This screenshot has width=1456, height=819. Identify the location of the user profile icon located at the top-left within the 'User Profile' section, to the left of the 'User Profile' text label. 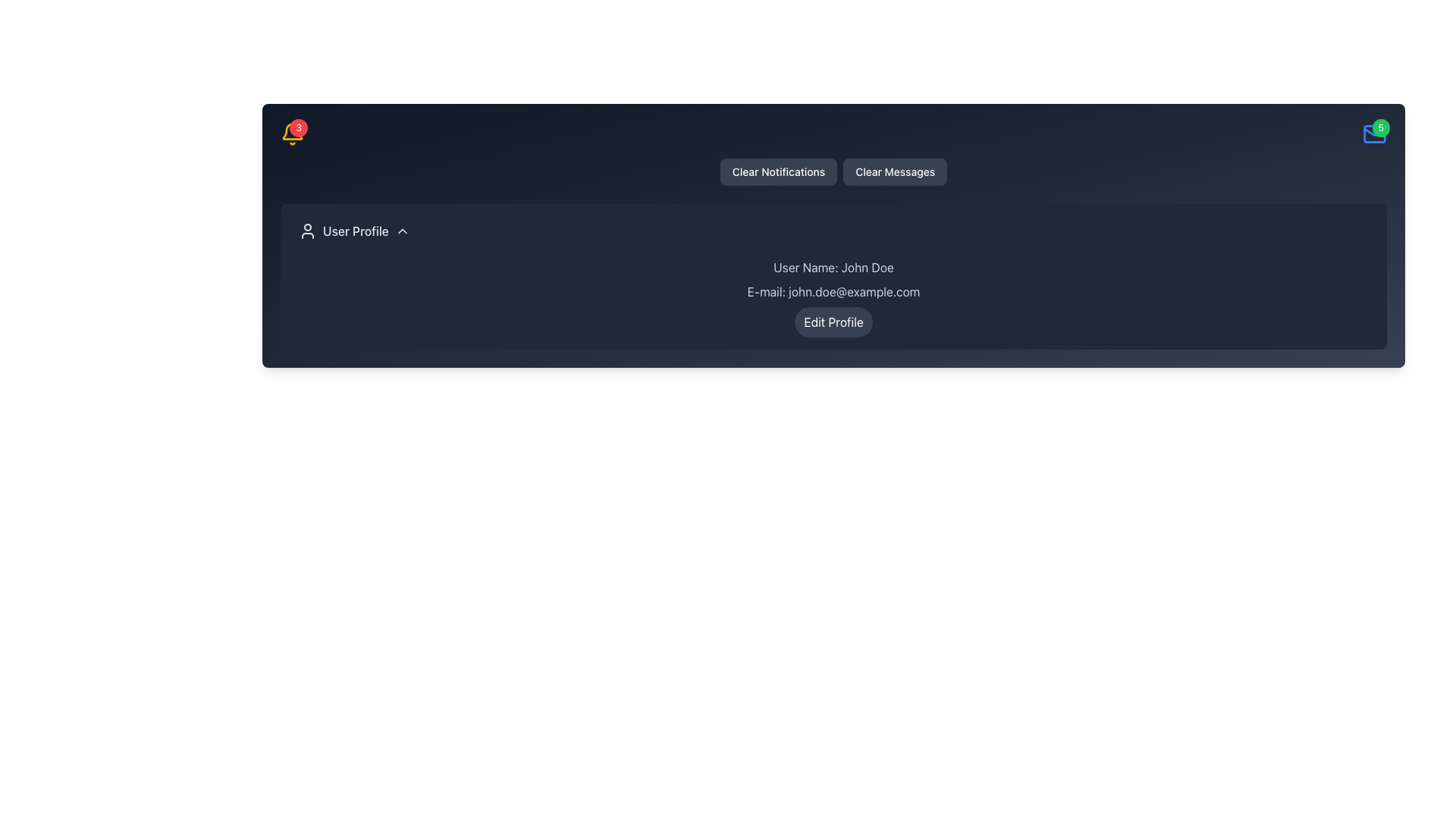
(307, 231).